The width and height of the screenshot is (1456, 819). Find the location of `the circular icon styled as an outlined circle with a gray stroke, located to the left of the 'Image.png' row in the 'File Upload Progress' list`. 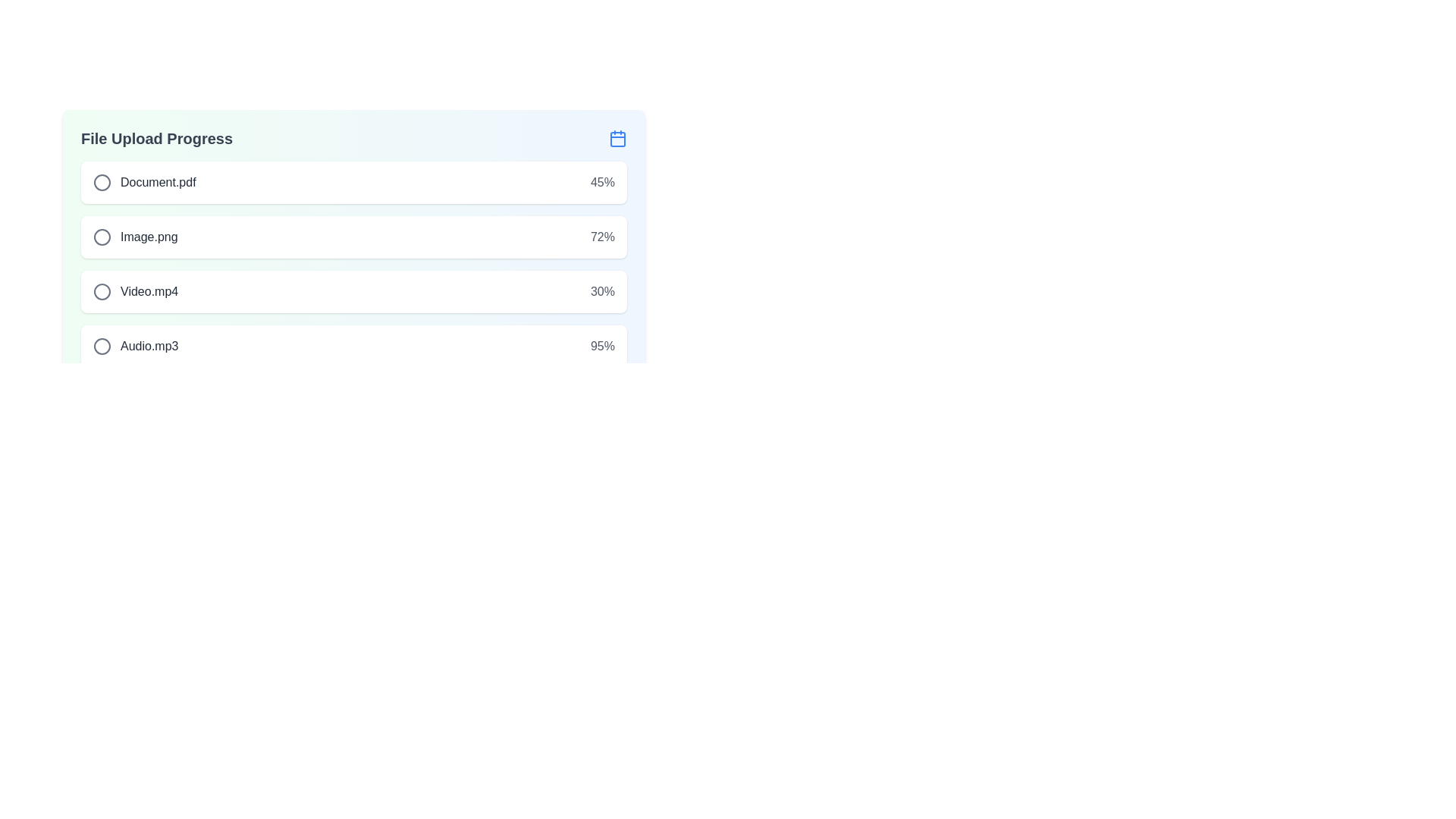

the circular icon styled as an outlined circle with a gray stroke, located to the left of the 'Image.png' row in the 'File Upload Progress' list is located at coordinates (101, 237).